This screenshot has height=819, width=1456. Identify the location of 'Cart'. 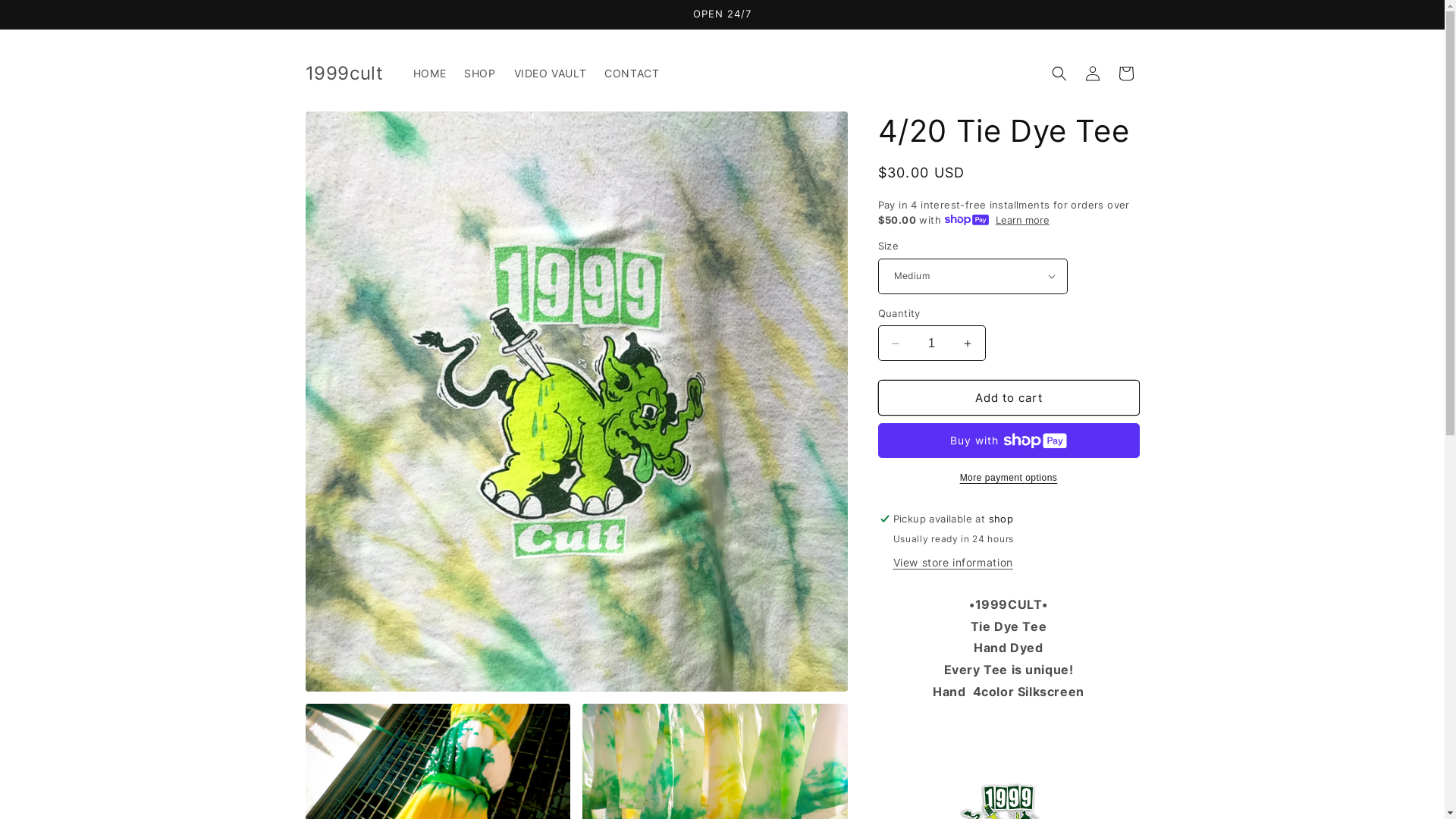
(1125, 73).